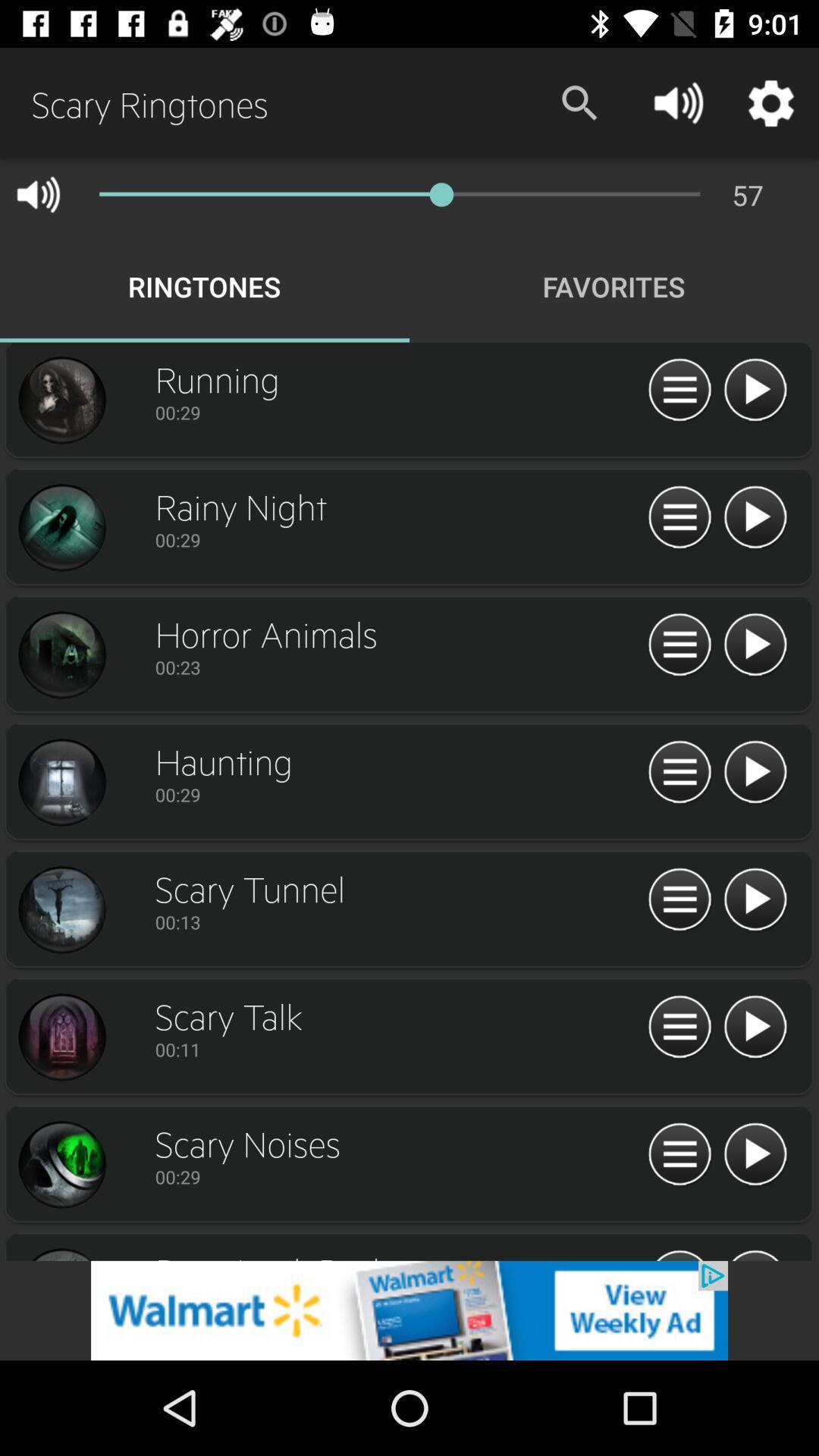  Describe the element at coordinates (61, 655) in the screenshot. I see `ringtone` at that location.